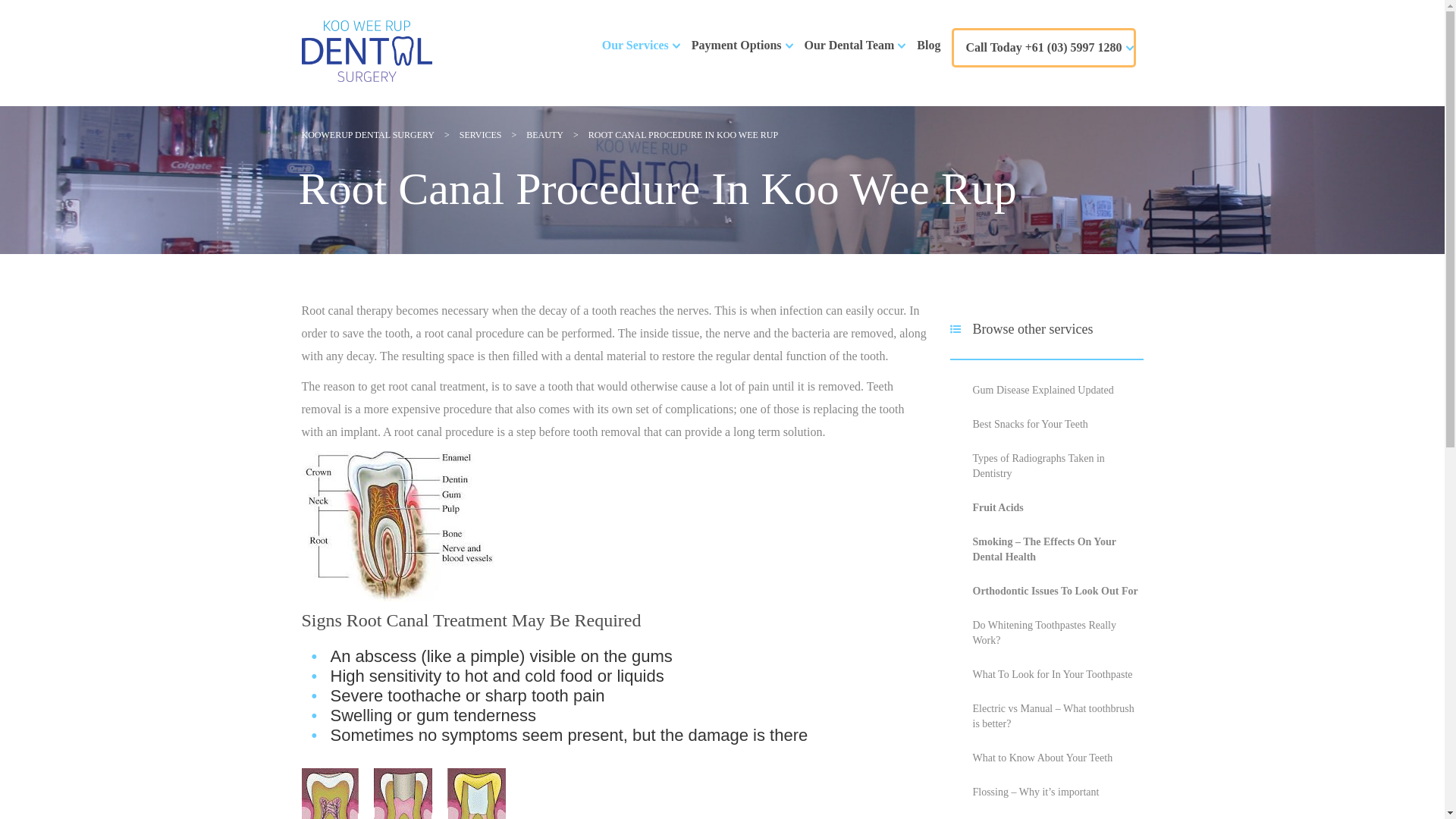  I want to click on 'BEAUTY', so click(544, 133).